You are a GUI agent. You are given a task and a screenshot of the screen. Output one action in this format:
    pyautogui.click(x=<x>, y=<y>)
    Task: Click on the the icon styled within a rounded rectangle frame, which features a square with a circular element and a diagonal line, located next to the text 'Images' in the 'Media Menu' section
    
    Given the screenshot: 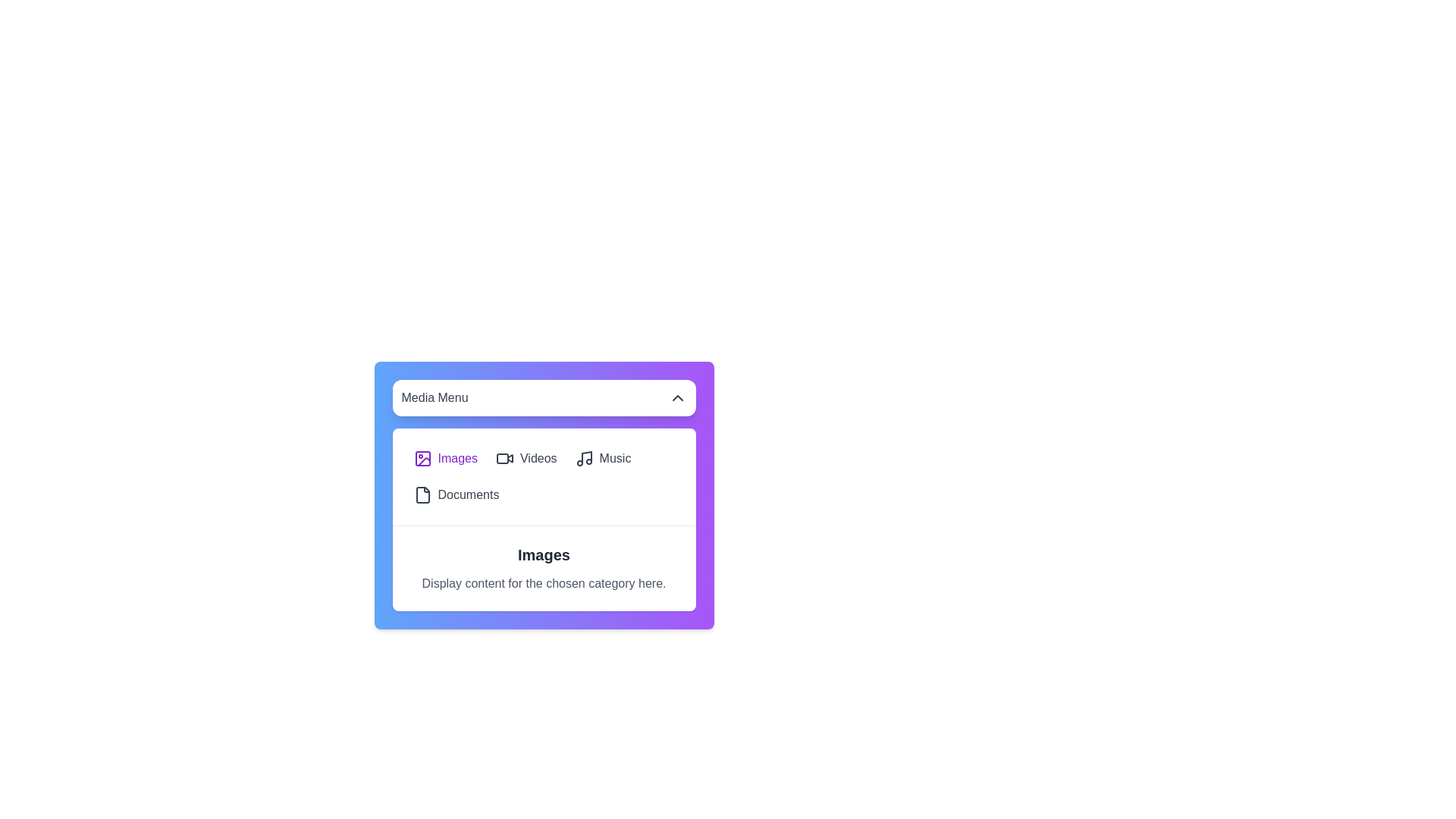 What is the action you would take?
    pyautogui.click(x=422, y=458)
    